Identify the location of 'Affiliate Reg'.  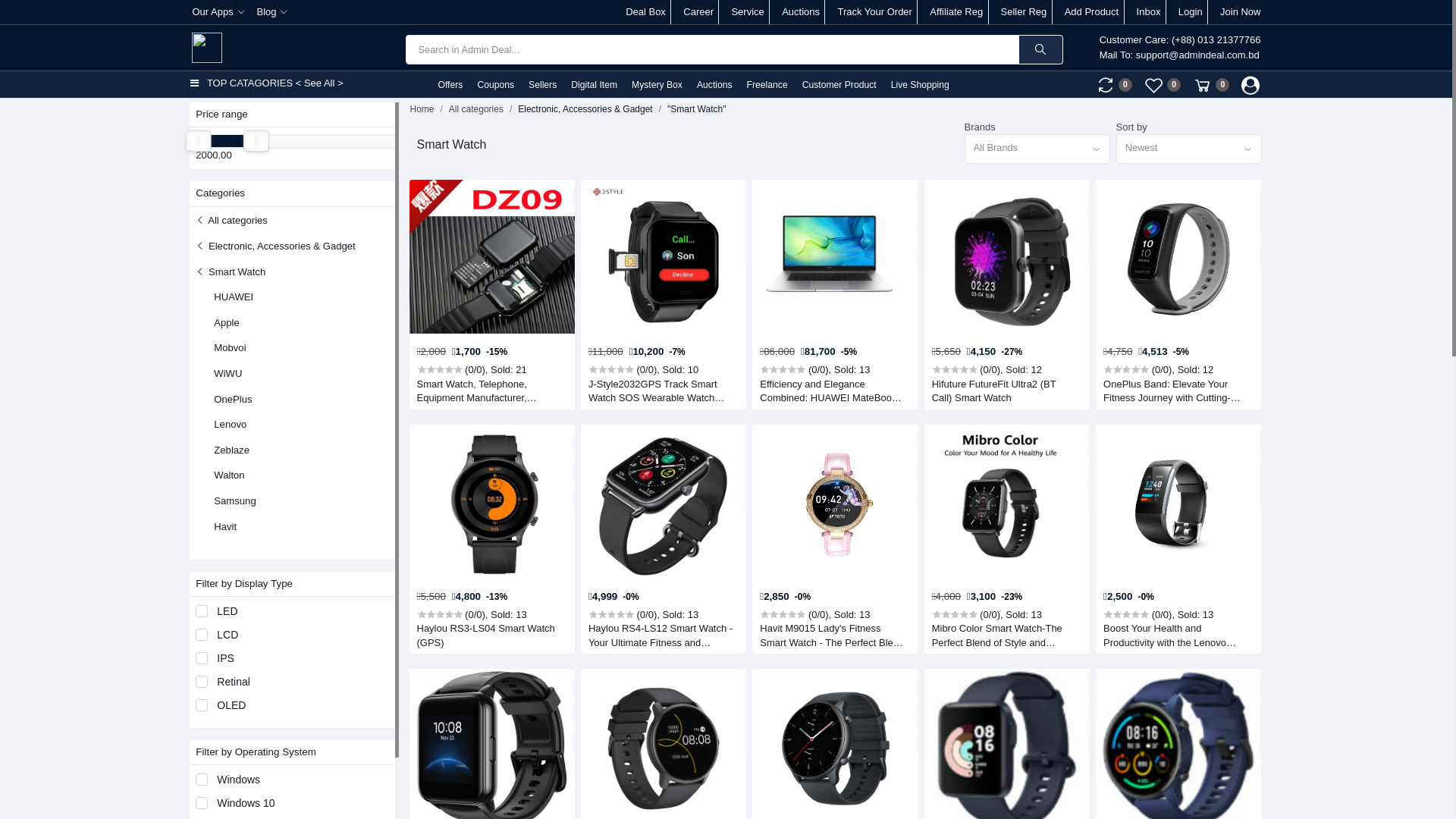
(928, 11).